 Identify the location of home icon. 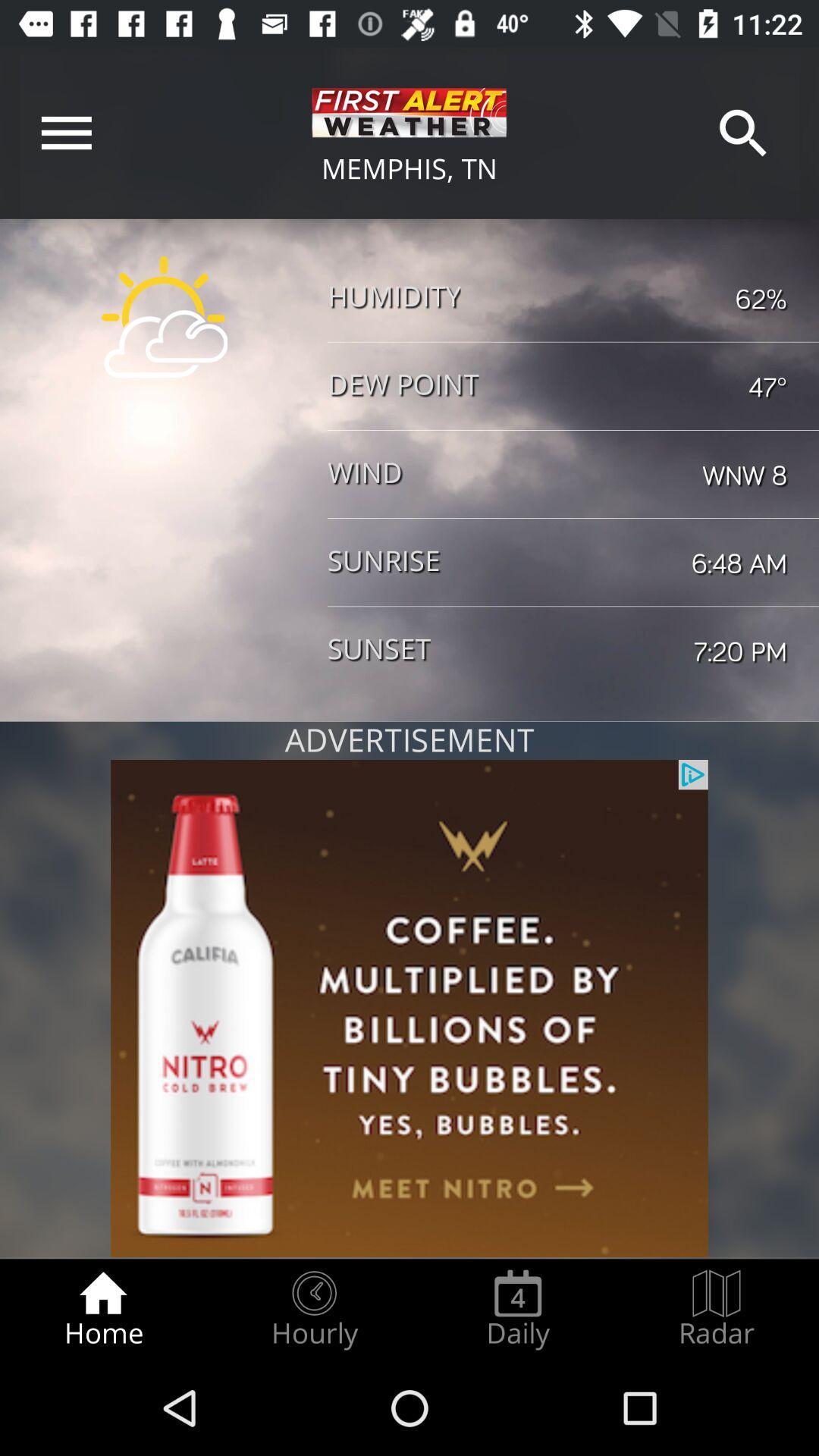
(102, 1309).